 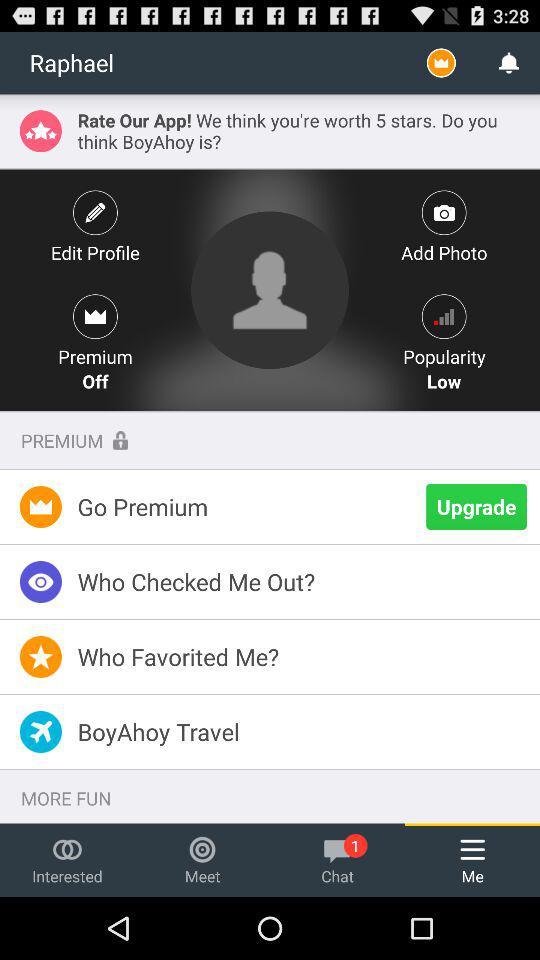 I want to click on edit profile picture, so click(x=270, y=289).